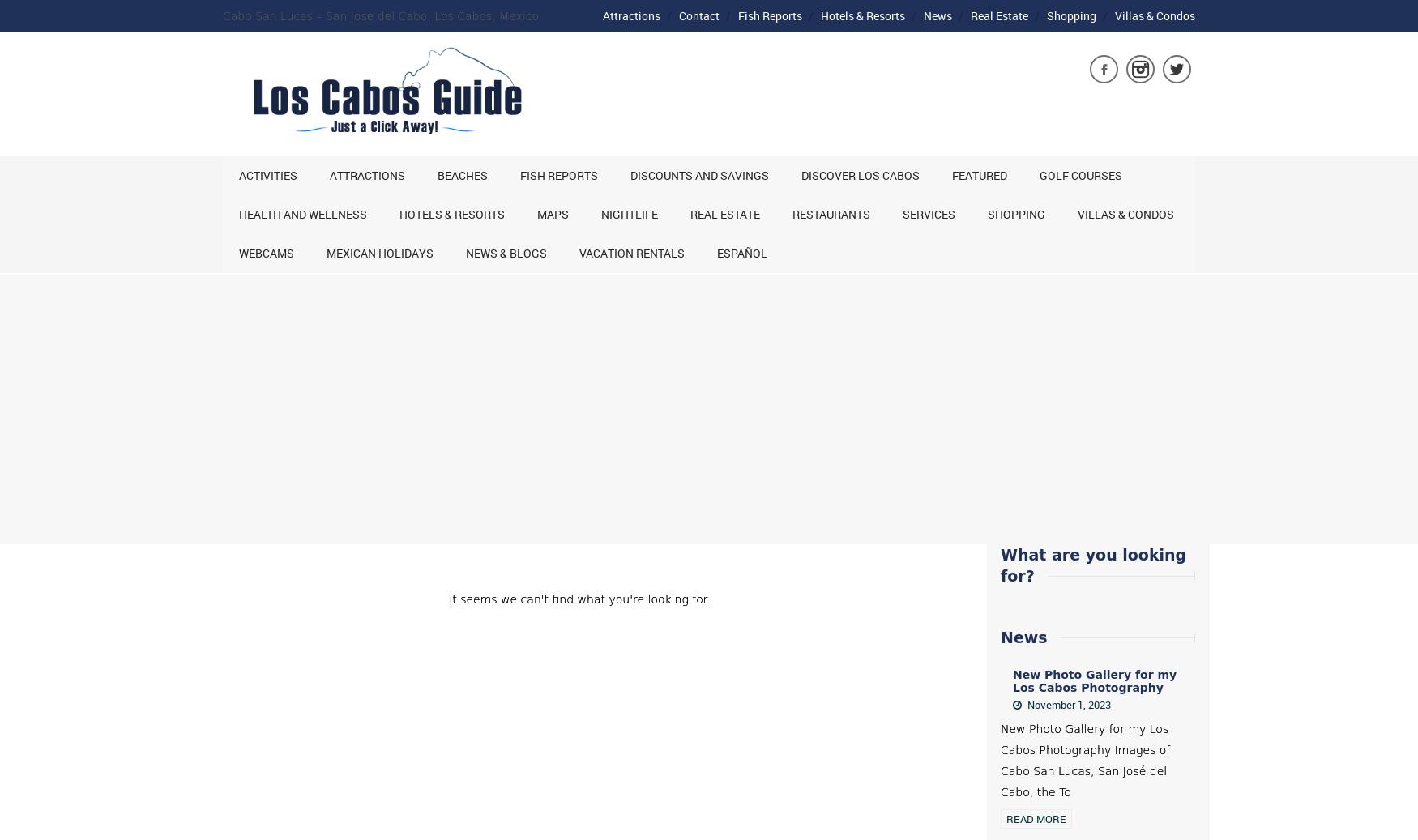 The width and height of the screenshot is (1418, 840). Describe the element at coordinates (699, 174) in the screenshot. I see `'Discounts and Savings'` at that location.